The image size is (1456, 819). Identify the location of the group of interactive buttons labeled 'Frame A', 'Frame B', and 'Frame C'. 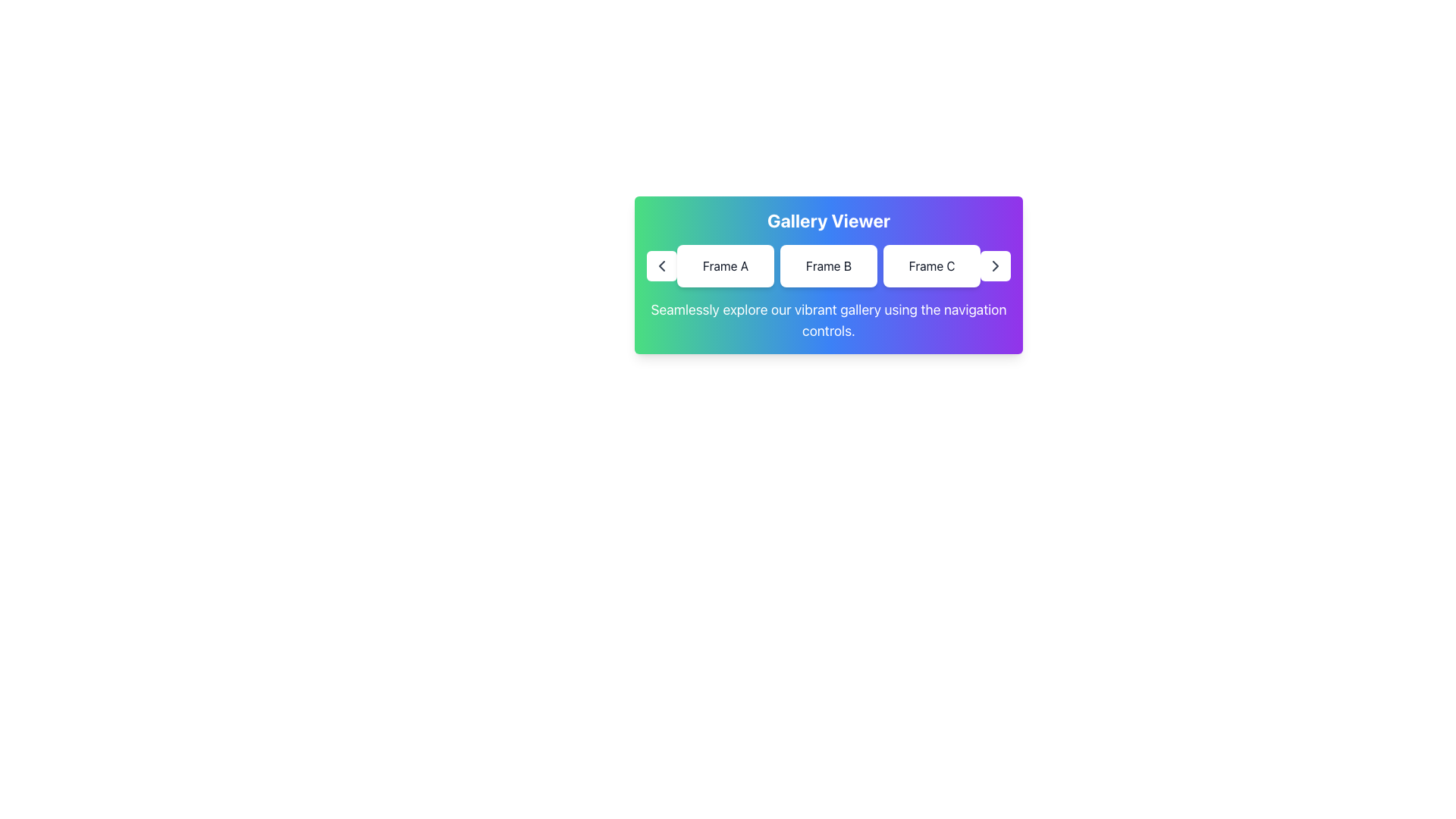
(828, 265).